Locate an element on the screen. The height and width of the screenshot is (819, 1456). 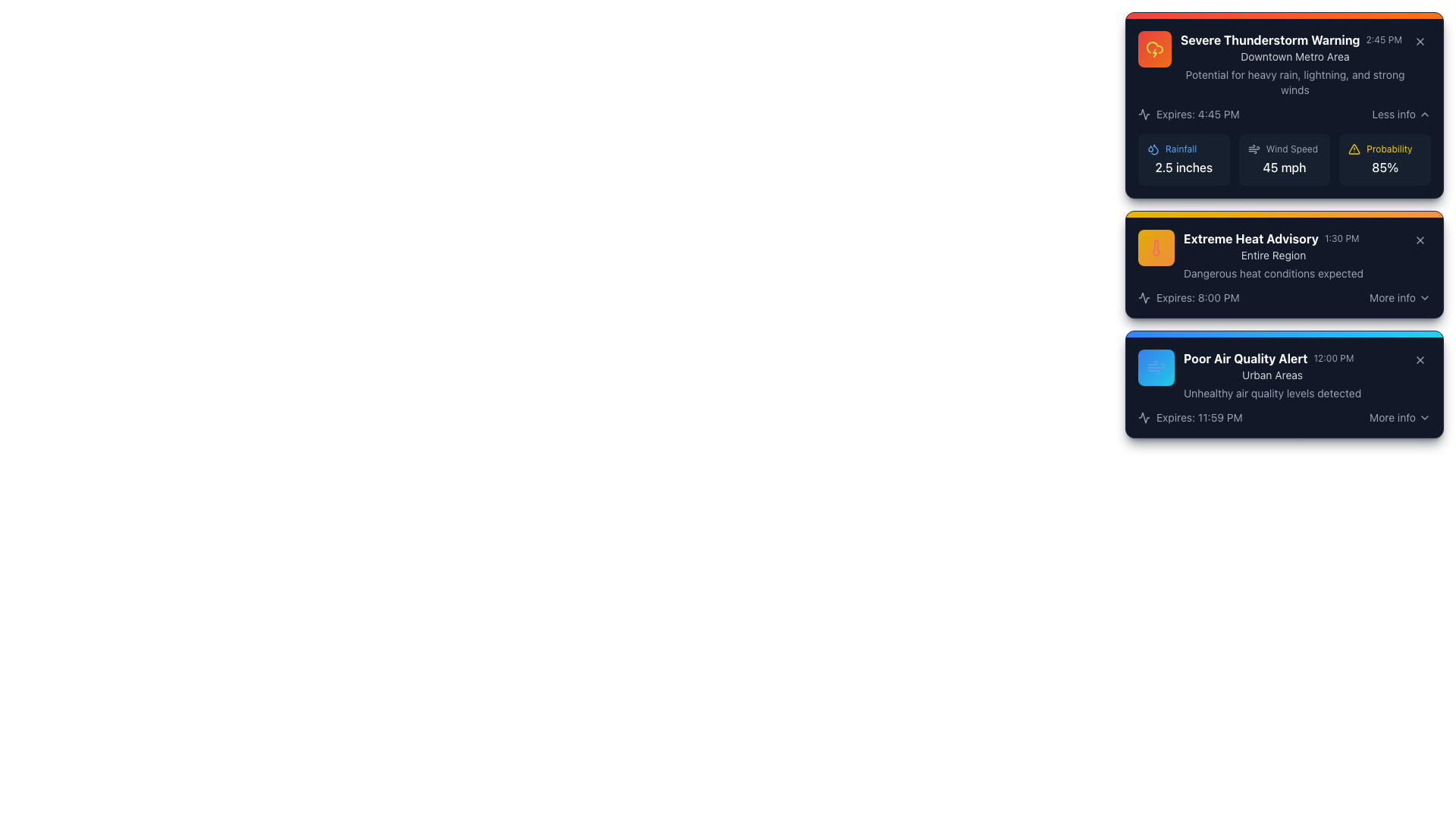
the Notification card that notifies users about poor air quality, located in the third position vertically in the list of warning cards is located at coordinates (1284, 386).